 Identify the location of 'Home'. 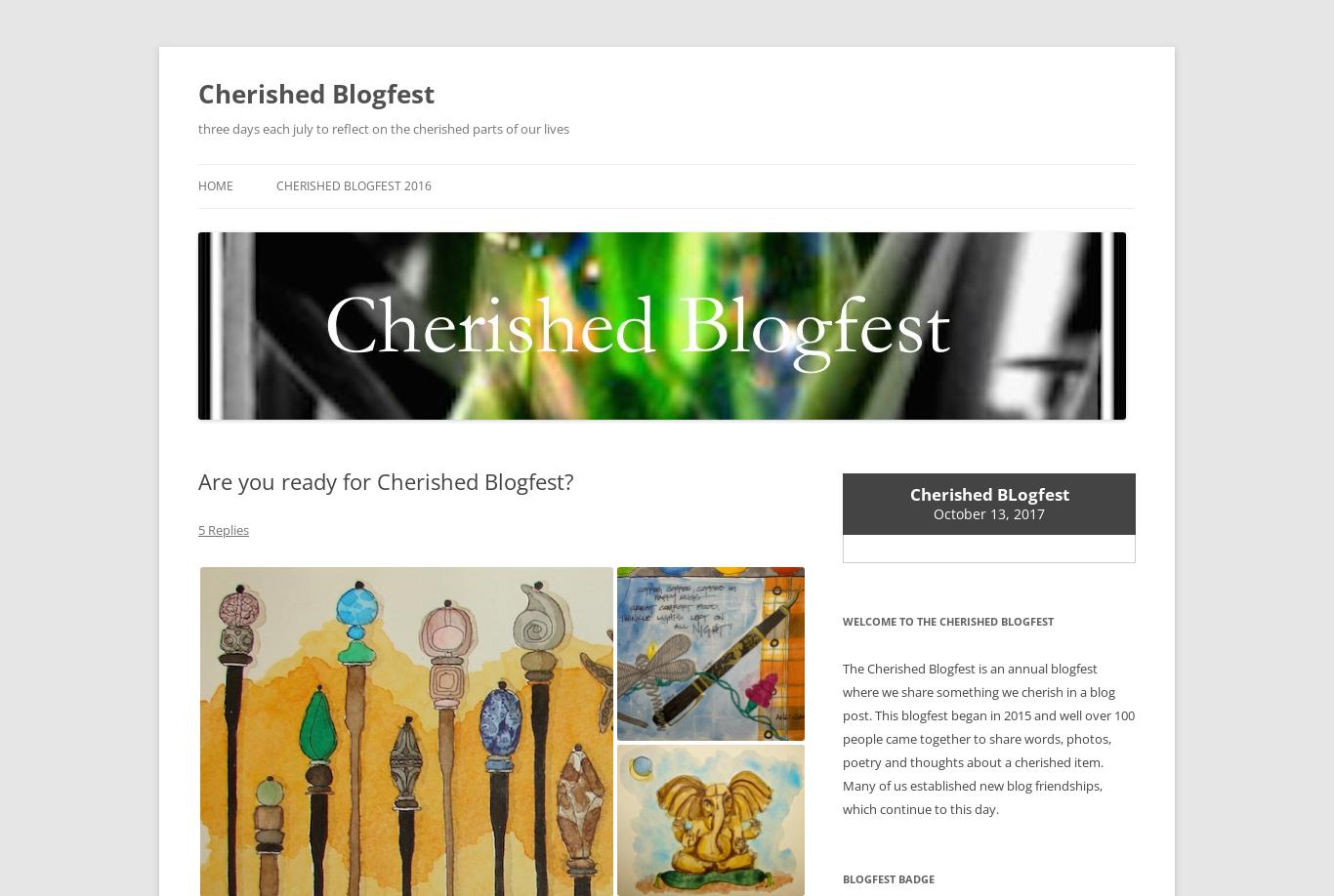
(215, 185).